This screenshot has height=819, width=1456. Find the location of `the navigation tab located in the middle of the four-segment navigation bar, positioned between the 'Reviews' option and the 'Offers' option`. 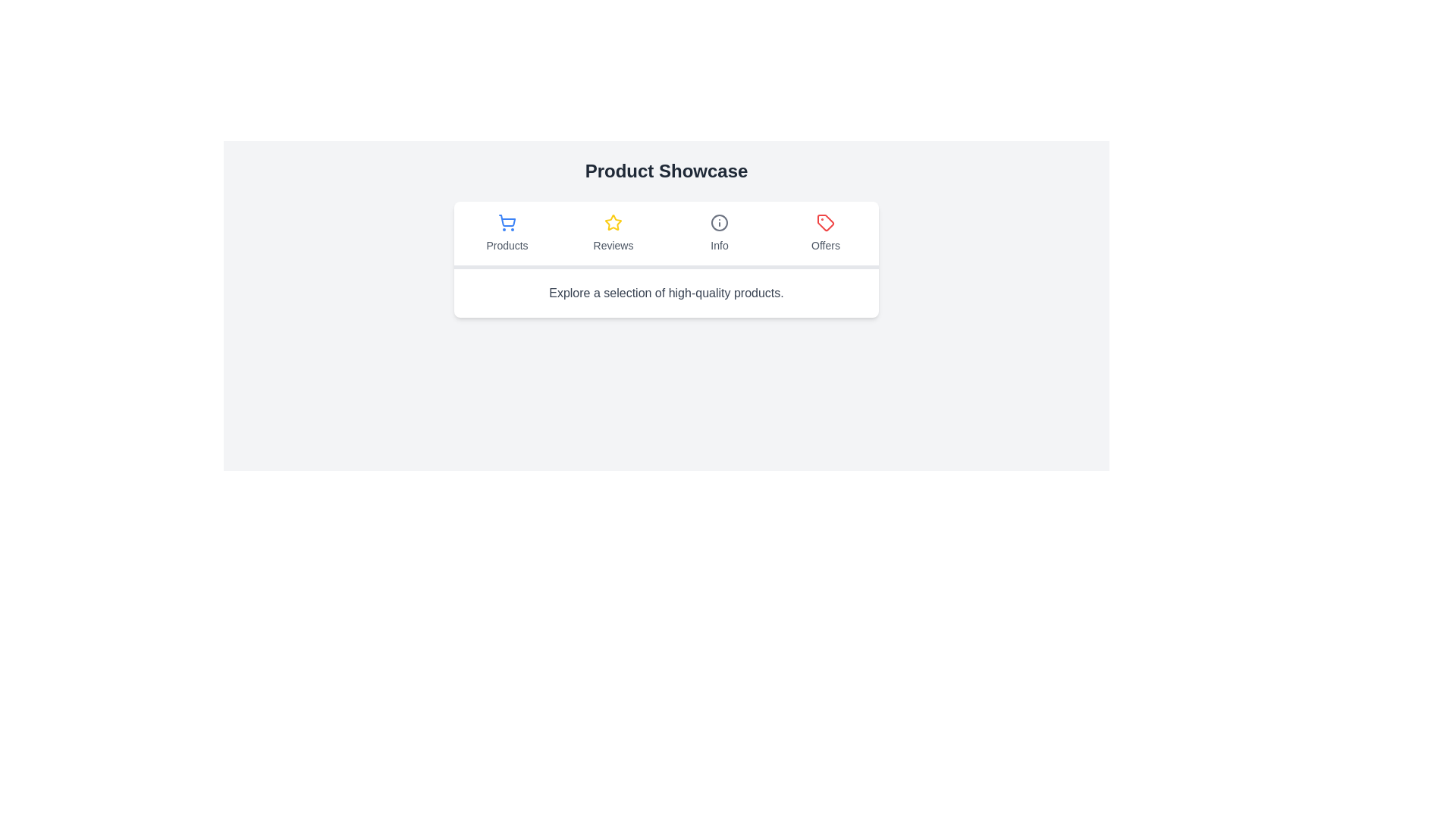

the navigation tab located in the middle of the four-segment navigation bar, positioned between the 'Reviews' option and the 'Offers' option is located at coordinates (719, 234).